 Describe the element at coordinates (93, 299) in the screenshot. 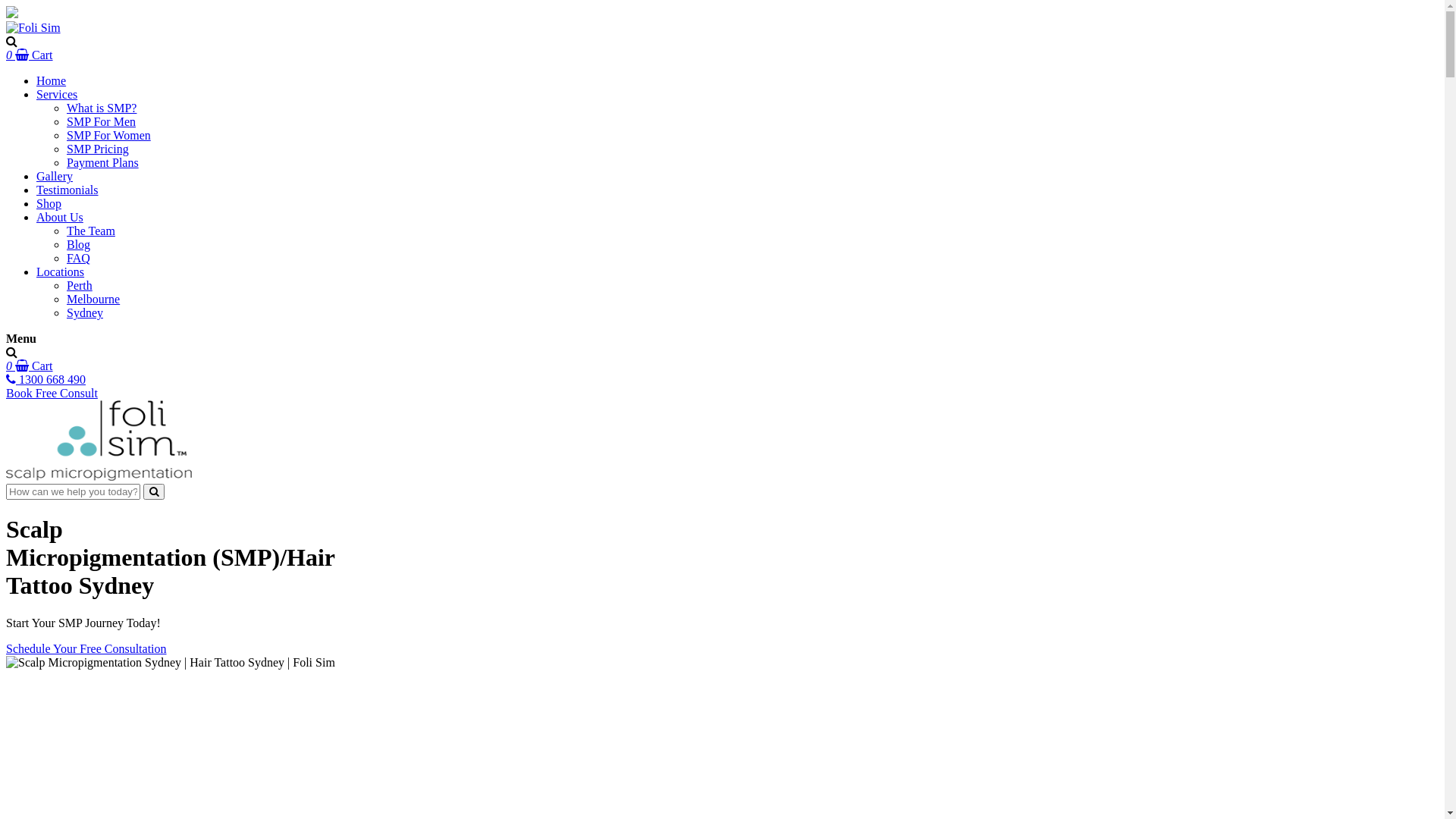

I see `'Melbourne'` at that location.